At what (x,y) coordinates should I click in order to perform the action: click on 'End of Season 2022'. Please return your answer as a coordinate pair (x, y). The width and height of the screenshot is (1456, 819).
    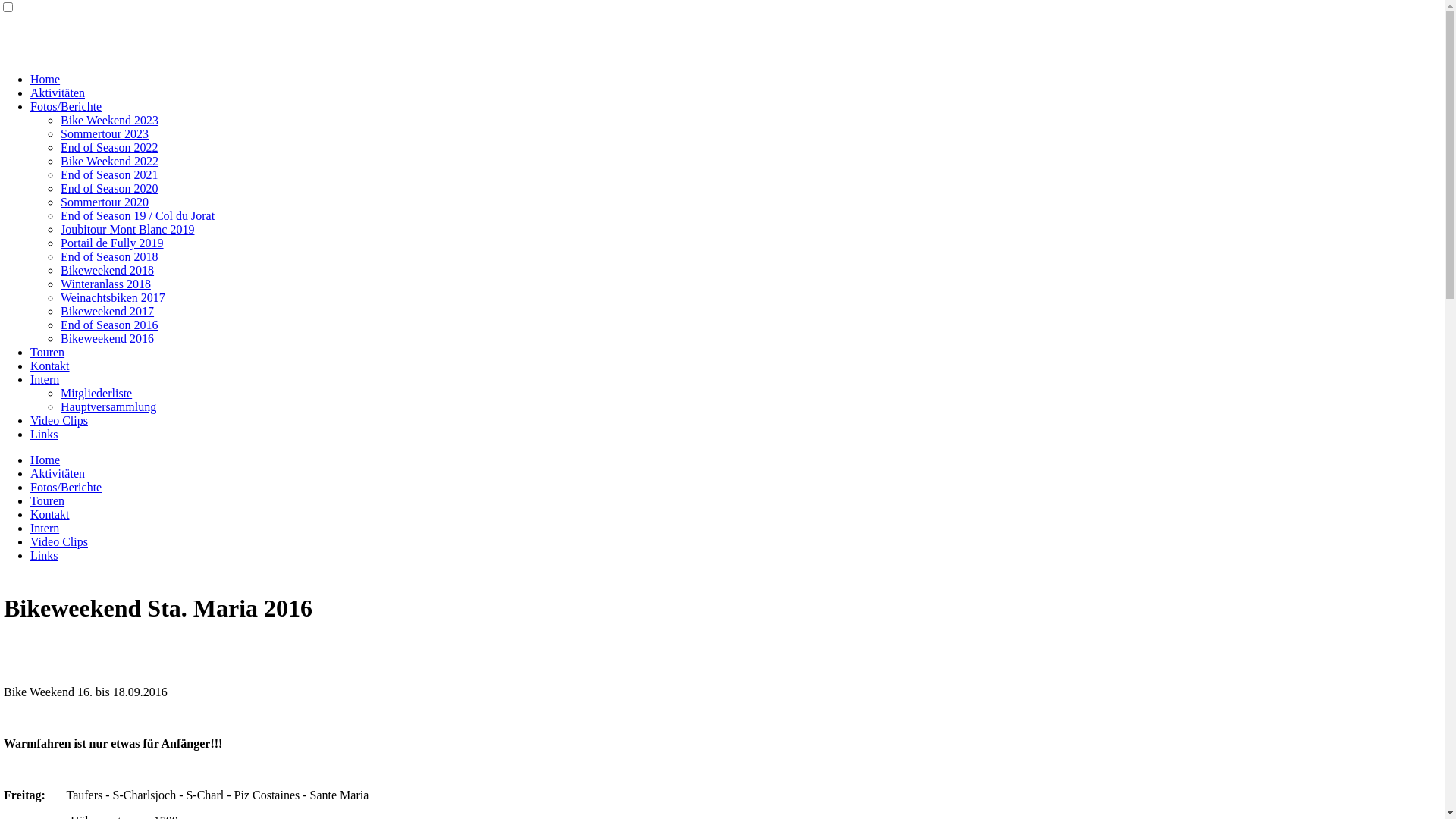
    Looking at the image, I should click on (108, 147).